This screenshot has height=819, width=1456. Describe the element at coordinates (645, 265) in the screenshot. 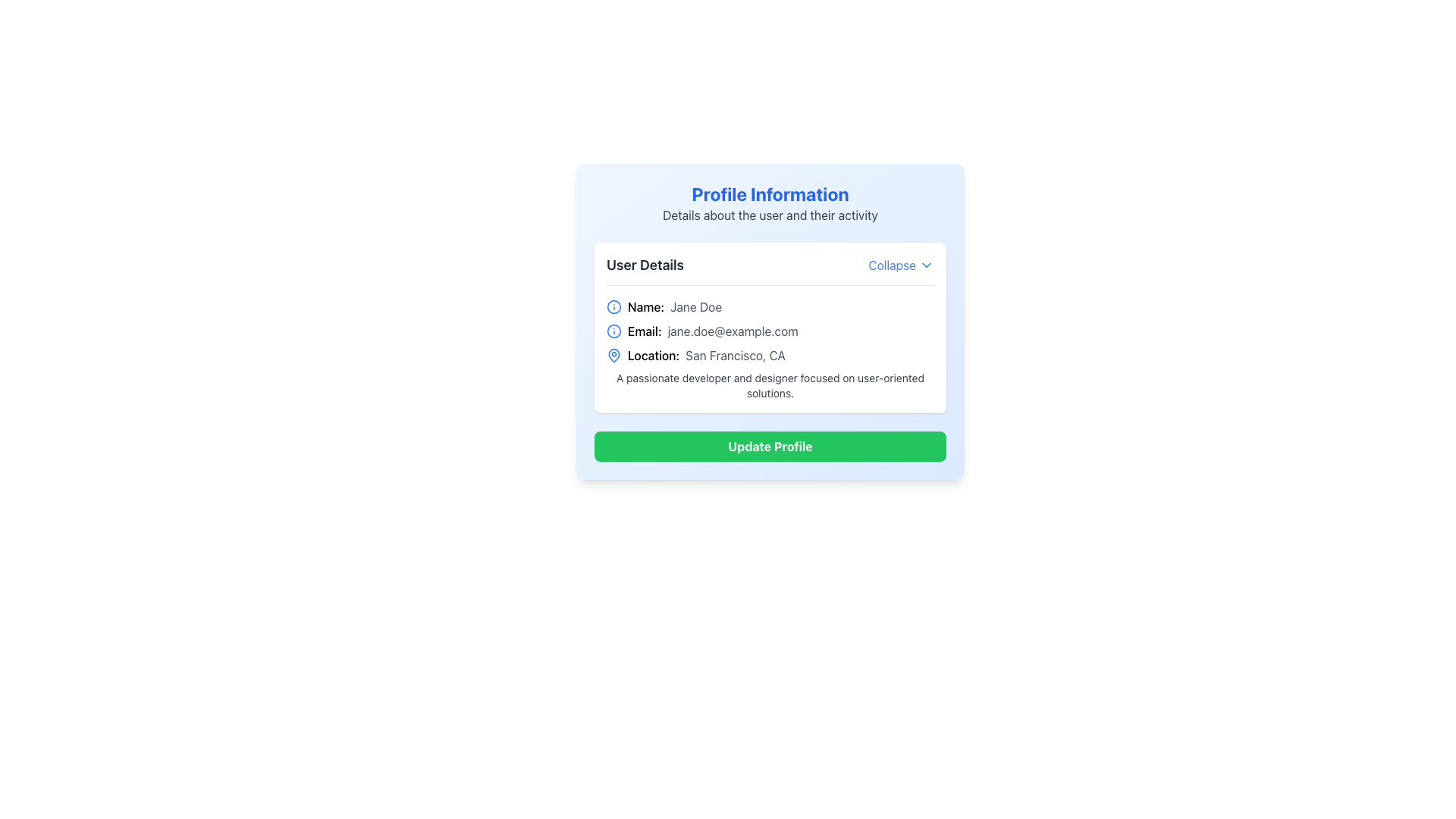

I see `the 'User Details' Text Label element, which is a bold, dark font label located in the header section of the card, positioned to the left of the 'Collapse' link` at that location.